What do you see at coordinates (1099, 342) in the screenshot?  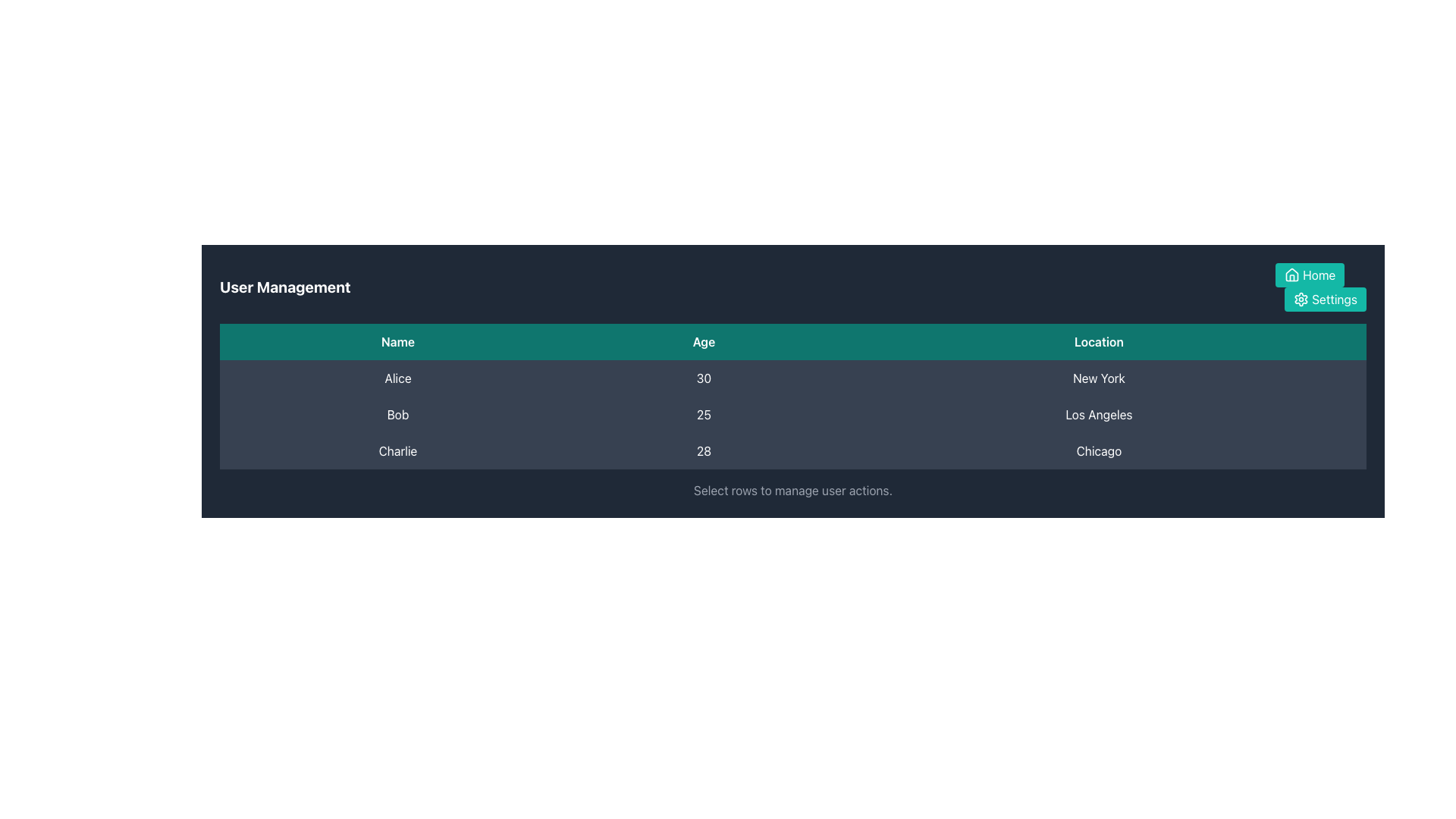 I see `the 'Location' text label which is styled with a bold font and centered alignment, located in the top-right position of the header row with a green background in a table layout` at bounding box center [1099, 342].